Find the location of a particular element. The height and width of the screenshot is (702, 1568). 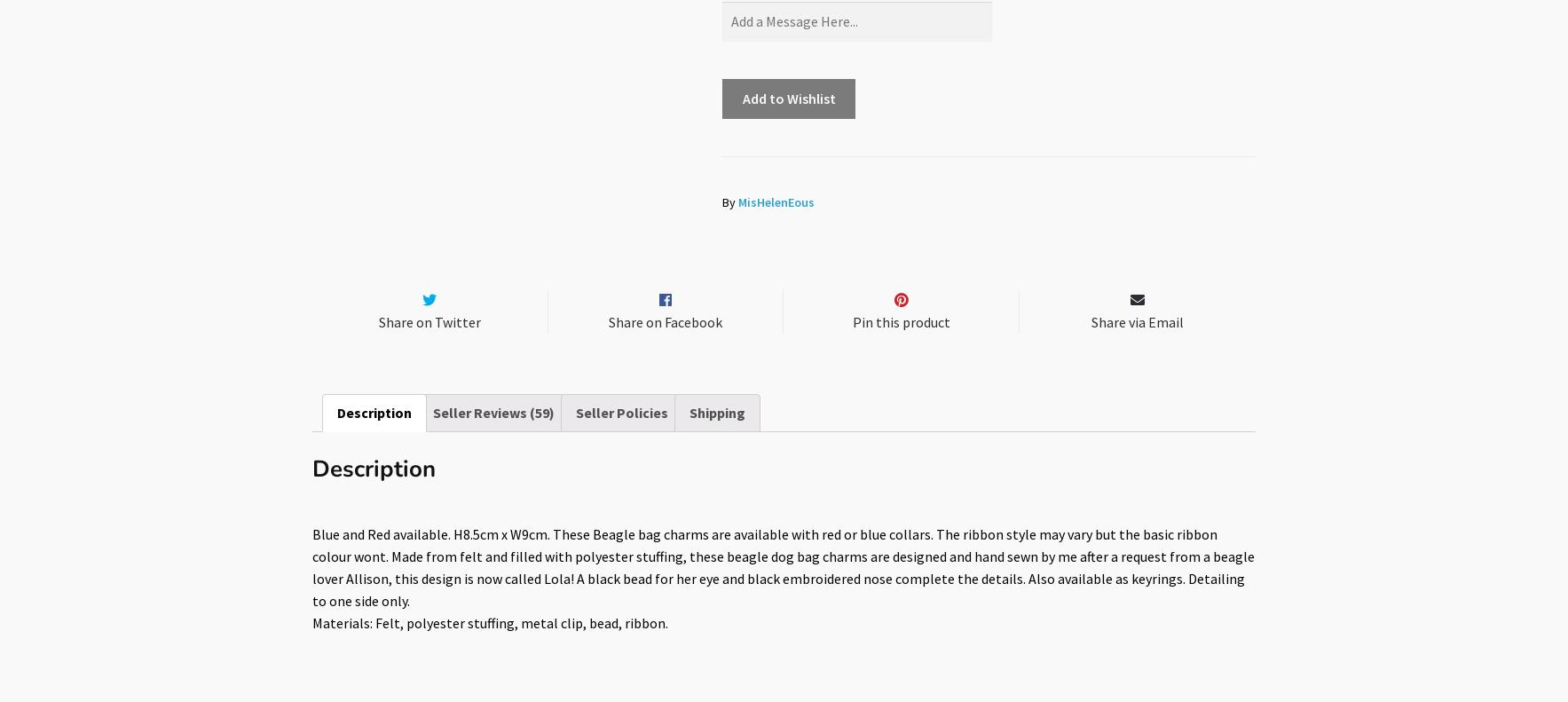

'Blue and Red available. H8.5cm x W9cm. These Beagle bag charms are available with red or blue collars. The ribbon style may vary but the basic ribbon colour wont. Made from felt and filled with polyester stuffing, these beagle dog bag charms are designed and hand sewn by me after a request from a beagle lover Allison, this design is now called Lola! A black bead for her eye and black embroidered nose complete the details. Also available as keyrings. Detailing to one side only.' is located at coordinates (782, 567).